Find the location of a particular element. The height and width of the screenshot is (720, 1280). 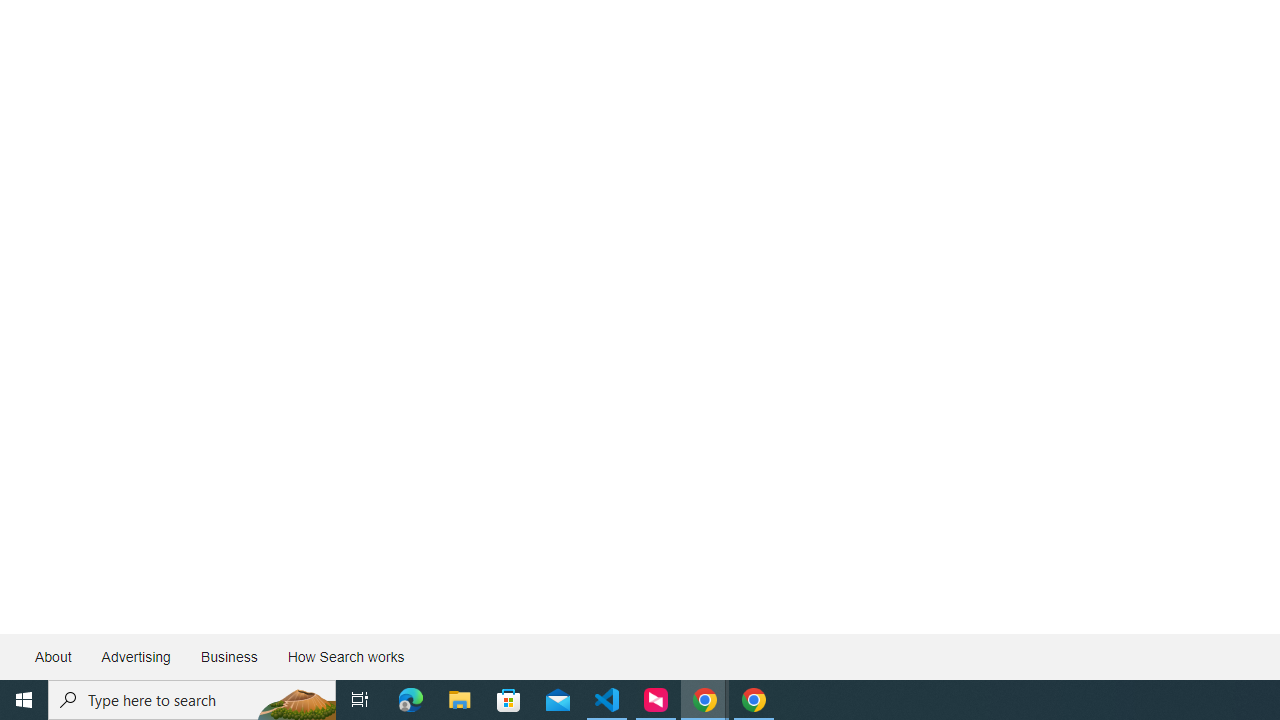

'Business' is located at coordinates (229, 657).